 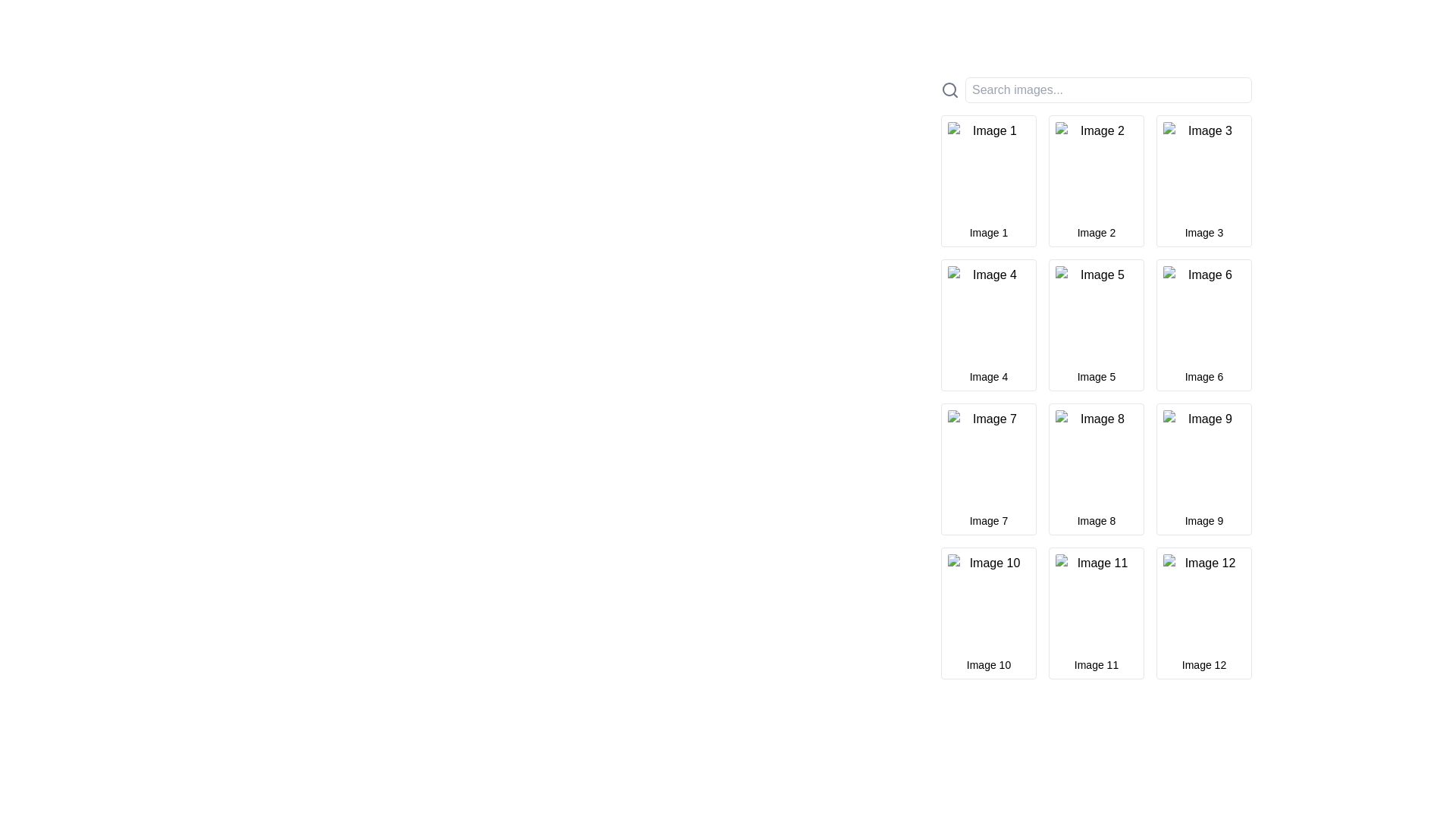 What do you see at coordinates (1203, 458) in the screenshot?
I see `the image displayed in the third row and third column of the gallery grid by moving the cursor to its center point` at bounding box center [1203, 458].